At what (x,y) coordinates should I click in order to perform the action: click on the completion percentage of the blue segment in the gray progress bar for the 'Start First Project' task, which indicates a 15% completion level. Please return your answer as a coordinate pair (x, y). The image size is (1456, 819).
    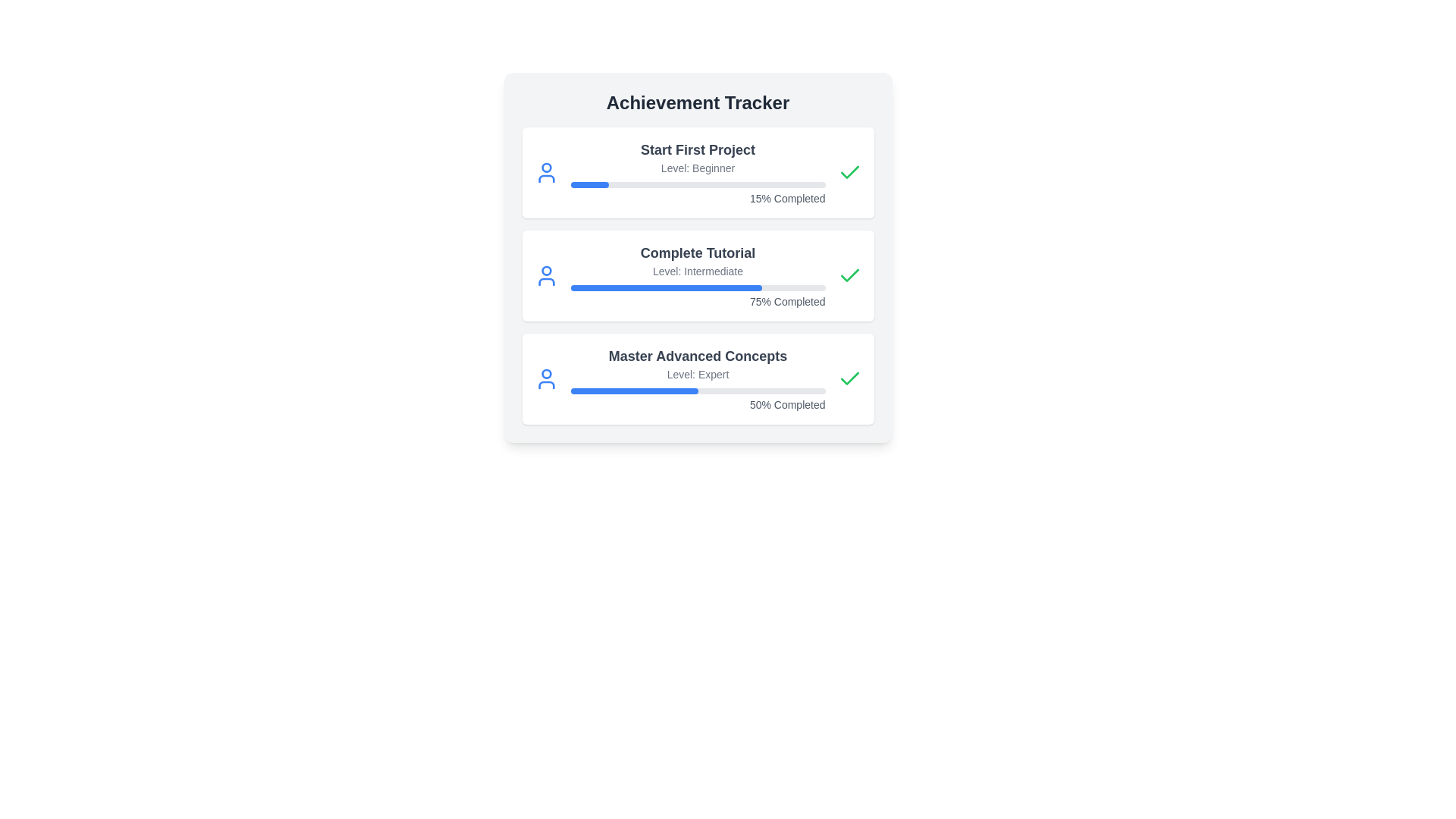
    Looking at the image, I should click on (588, 184).